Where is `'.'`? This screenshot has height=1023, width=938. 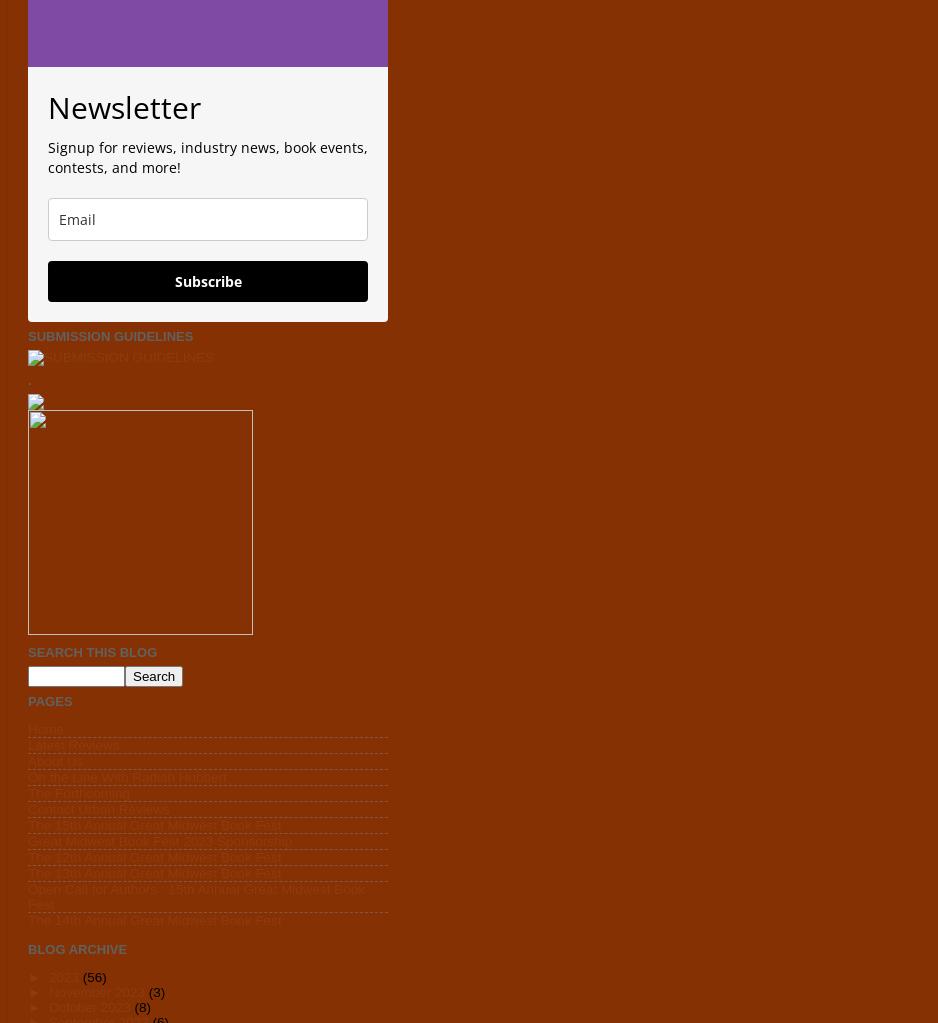
'.' is located at coordinates (29, 378).